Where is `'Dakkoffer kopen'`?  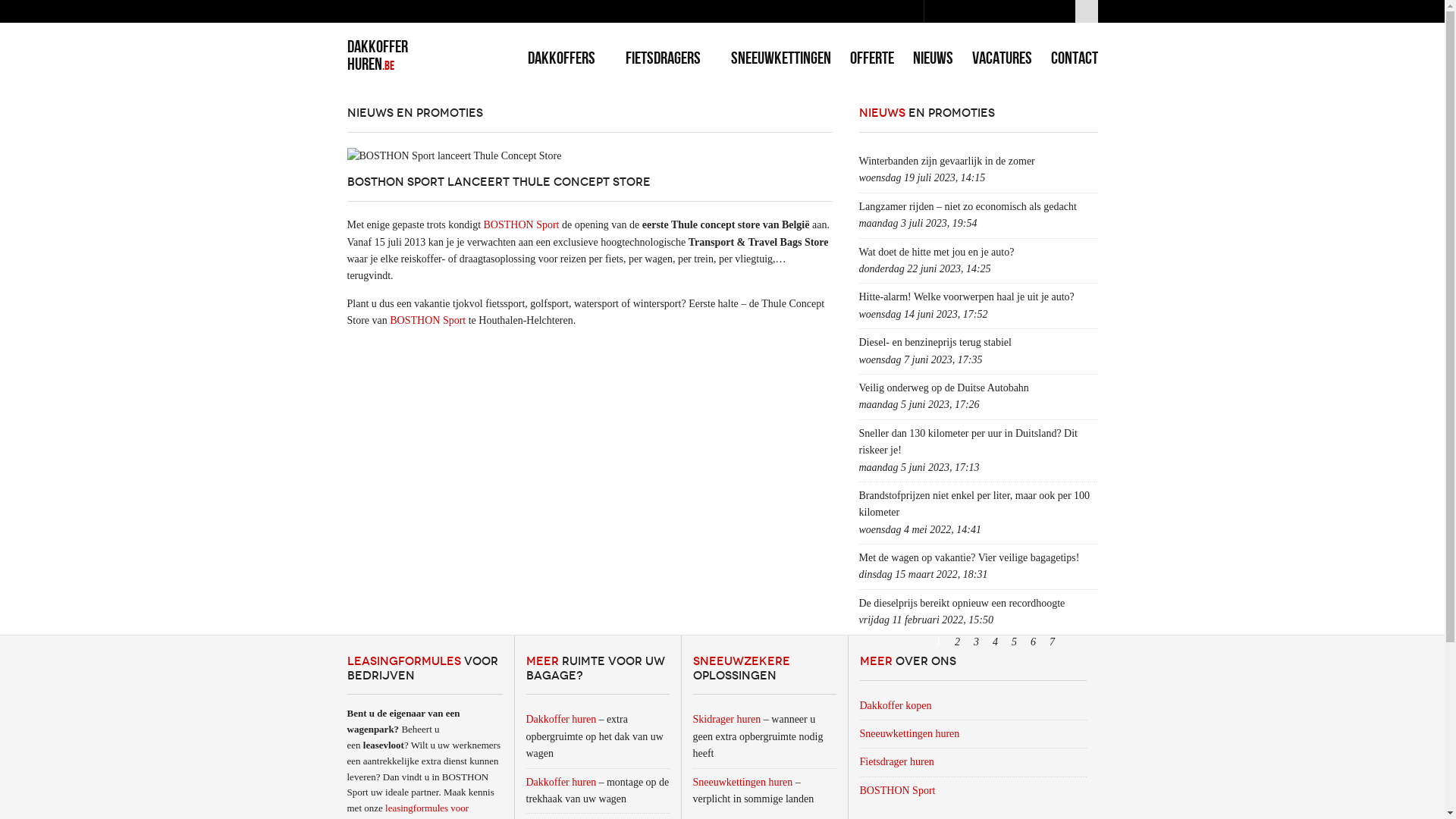
'Dakkoffer kopen' is located at coordinates (900, 704).